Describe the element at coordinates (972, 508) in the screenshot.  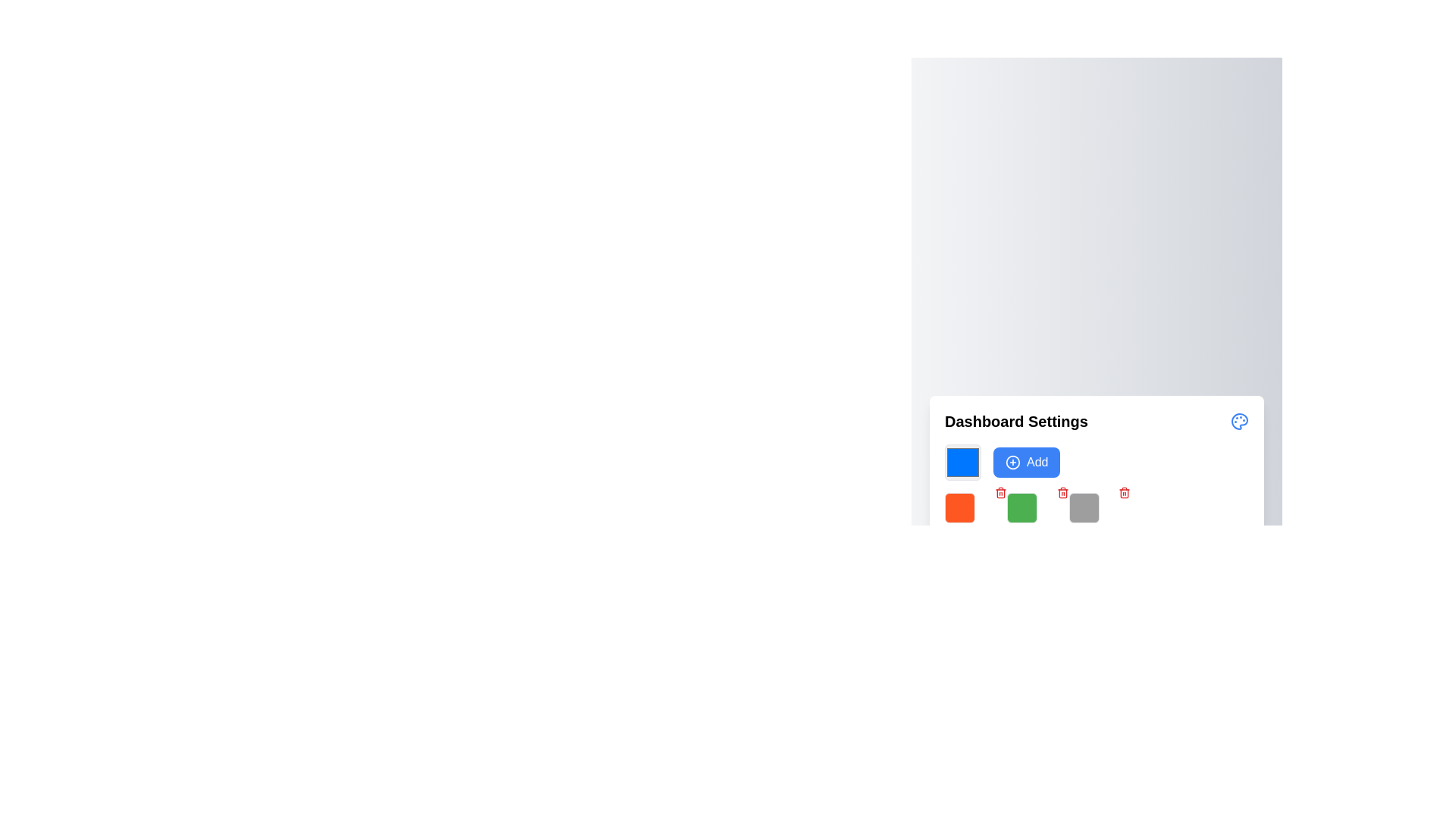
I see `the vibrant orange square-shaped box with slightly rounded corners located below the 'Dashboard Settings' header in the second row of the grid layout` at that location.